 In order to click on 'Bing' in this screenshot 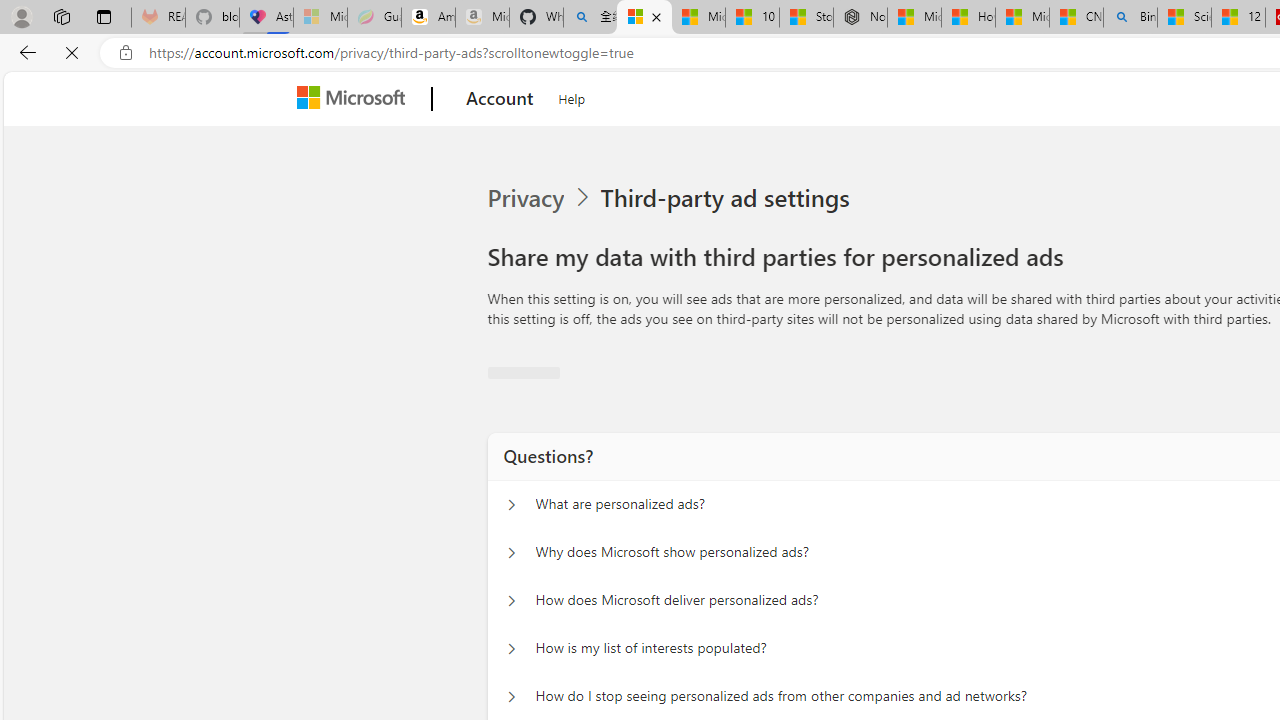, I will do `click(1130, 17)`.